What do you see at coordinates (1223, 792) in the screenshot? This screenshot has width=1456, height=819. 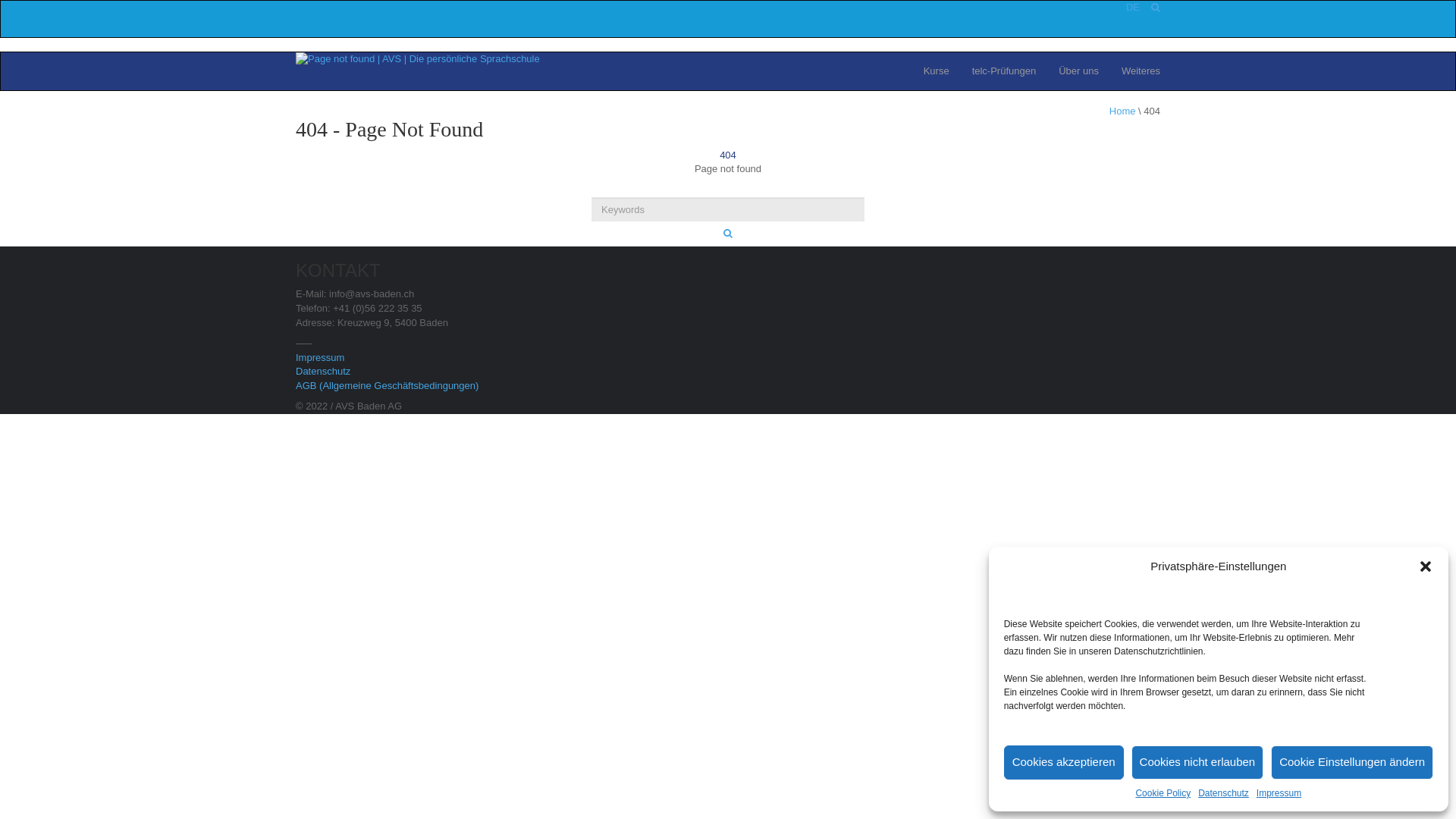 I see `'Datenschutz'` at bounding box center [1223, 792].